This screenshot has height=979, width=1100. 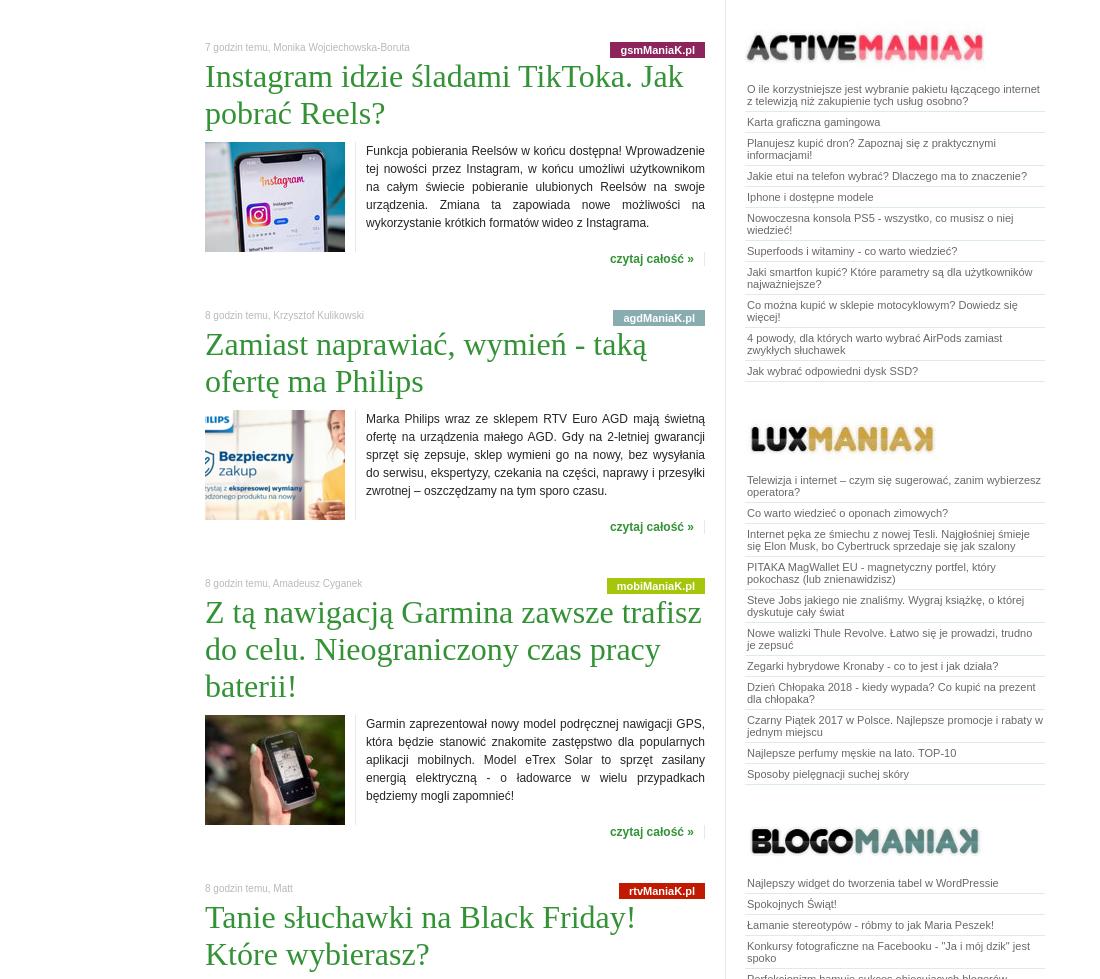 What do you see at coordinates (871, 665) in the screenshot?
I see `'Zegarki hybrydowe Kronaby - co to jest i jak działa?'` at bounding box center [871, 665].